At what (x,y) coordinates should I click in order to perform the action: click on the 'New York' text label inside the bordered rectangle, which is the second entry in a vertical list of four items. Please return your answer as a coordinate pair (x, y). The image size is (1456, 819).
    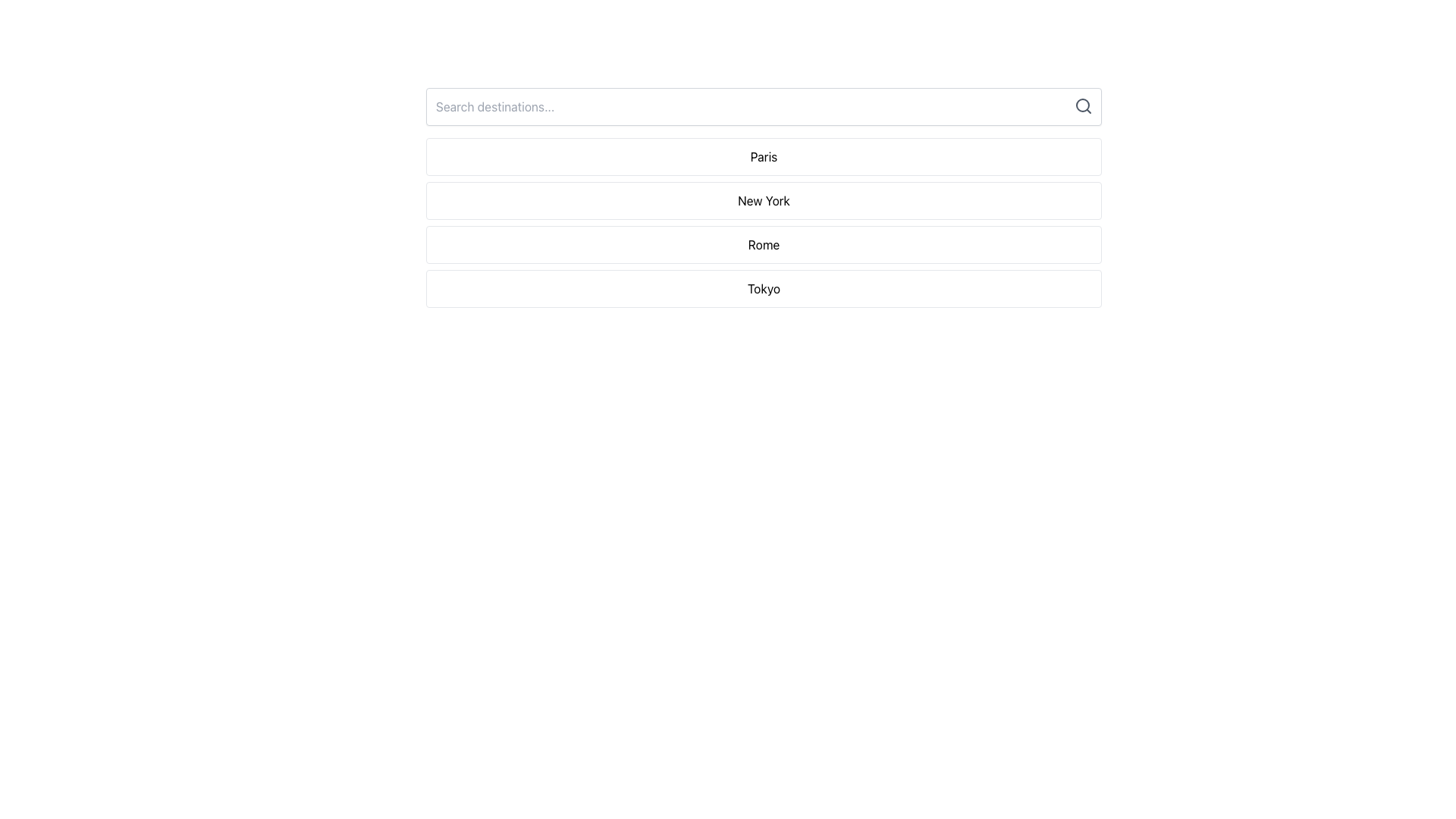
    Looking at the image, I should click on (764, 200).